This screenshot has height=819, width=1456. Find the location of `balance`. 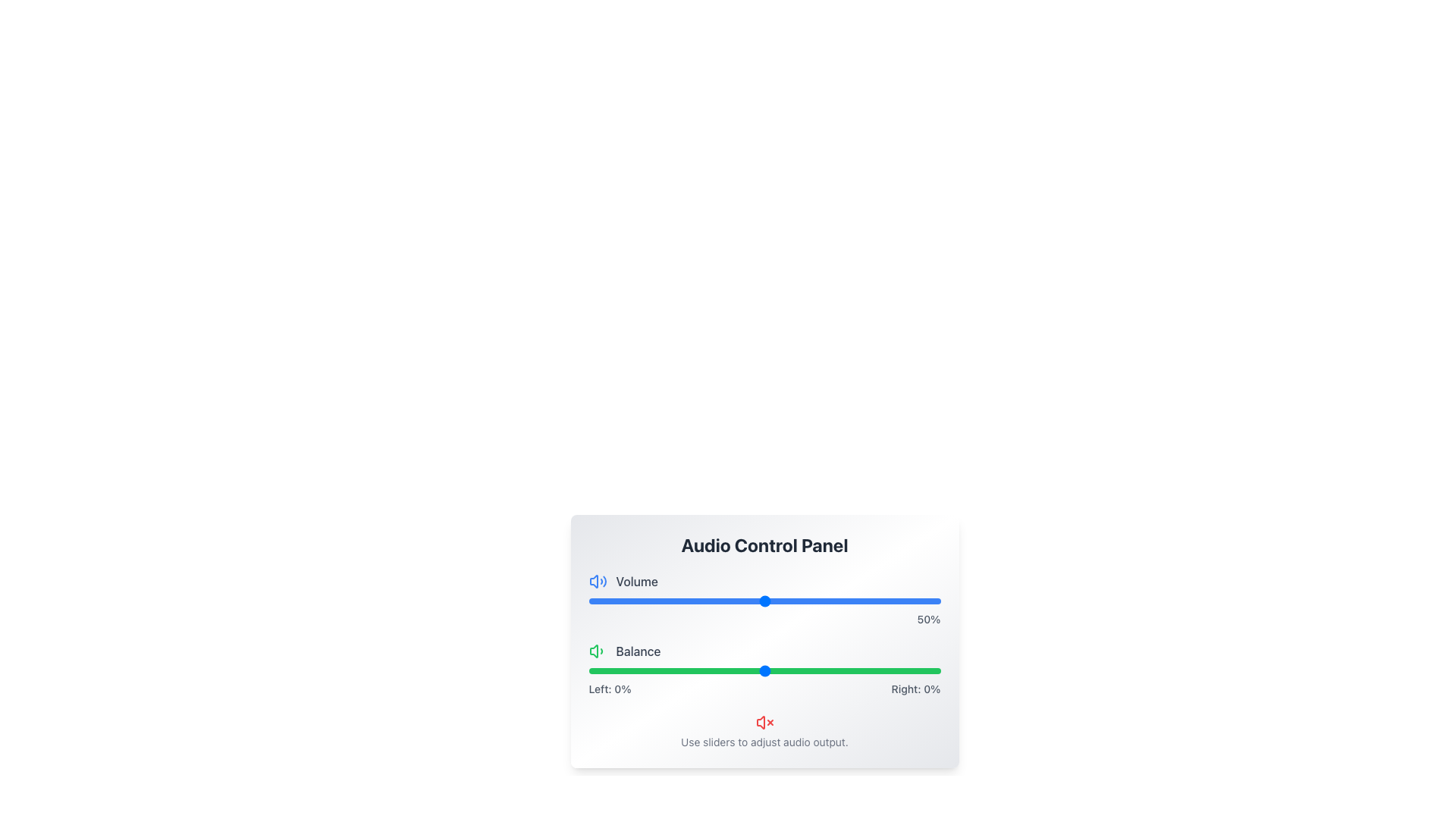

balance is located at coordinates (902, 670).